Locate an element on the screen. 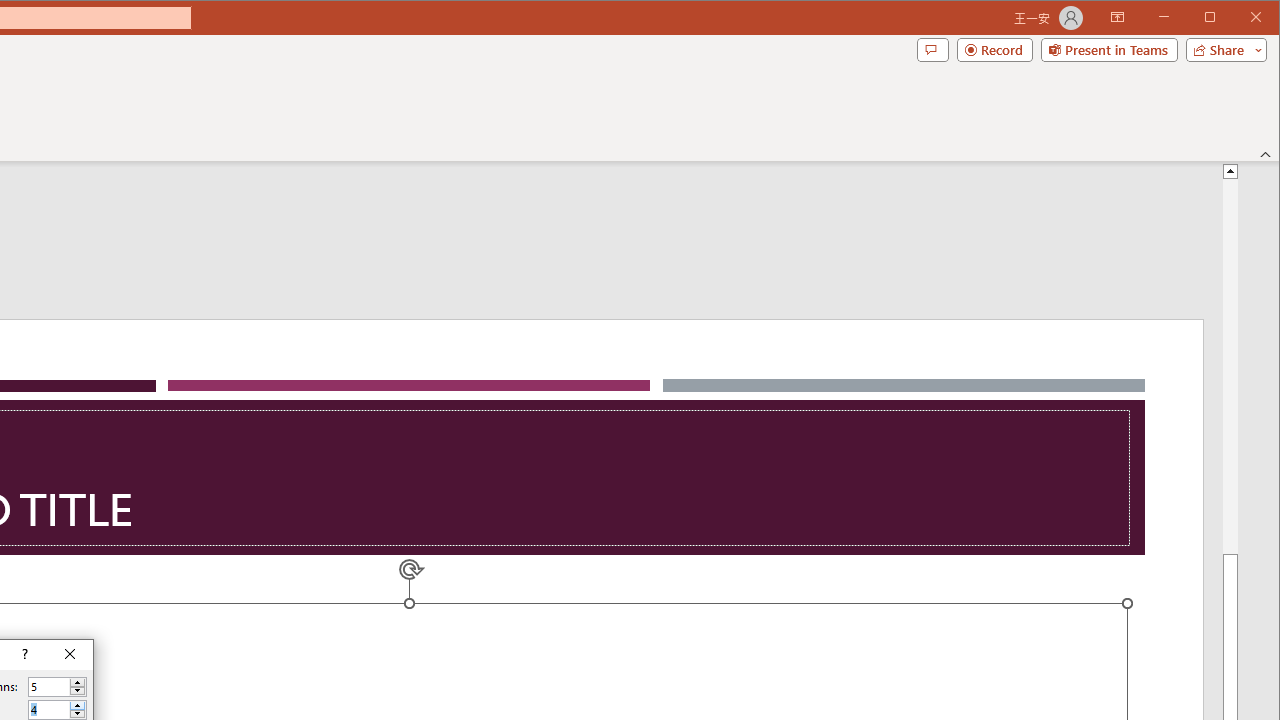 This screenshot has height=720, width=1280. 'Number of rows' is located at coordinates (57, 708).